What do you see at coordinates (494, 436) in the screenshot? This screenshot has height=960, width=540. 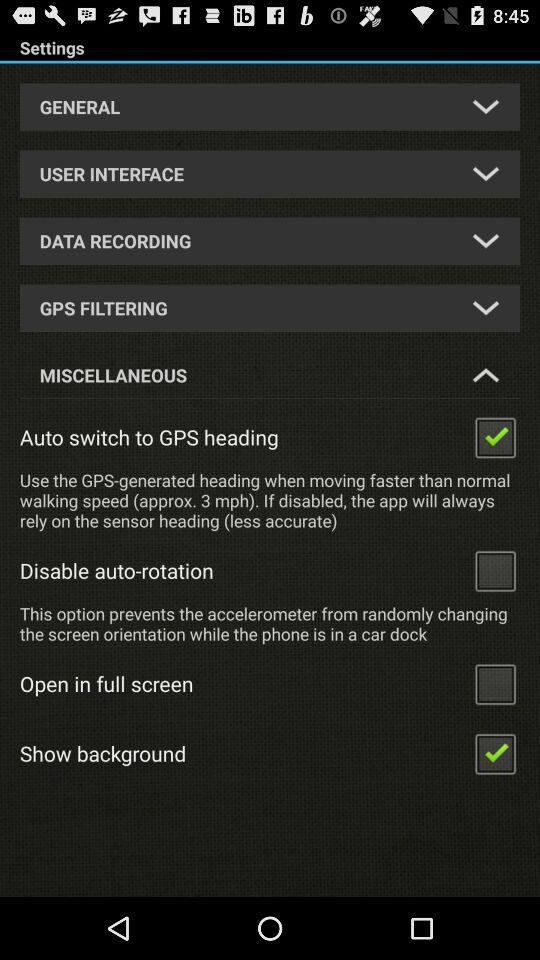 I see `option` at bounding box center [494, 436].